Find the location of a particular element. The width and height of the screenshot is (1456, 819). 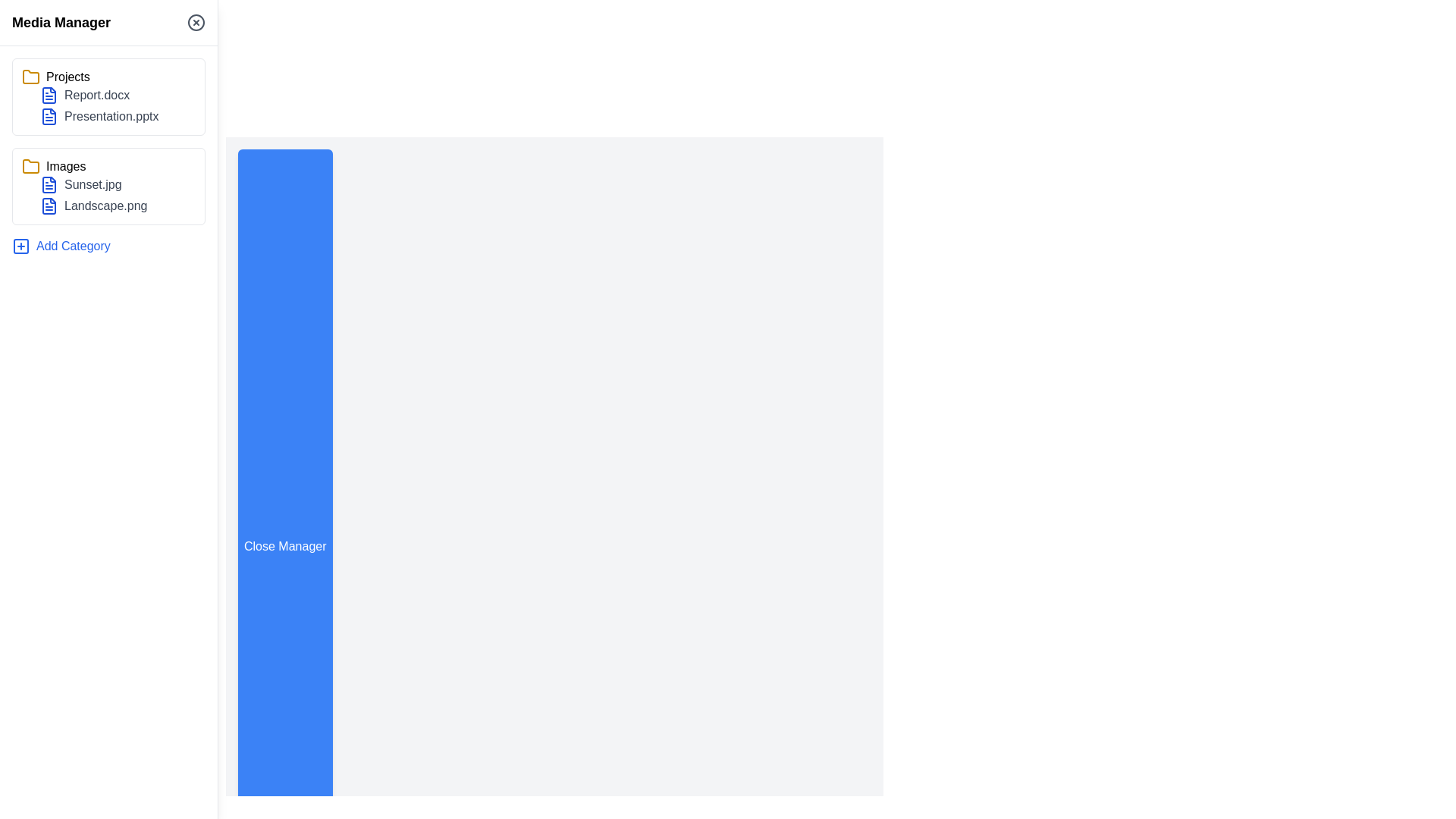

the first icon representing the 'Landscape.png' file type in the 'Images' section of the media manager panel is located at coordinates (49, 206).